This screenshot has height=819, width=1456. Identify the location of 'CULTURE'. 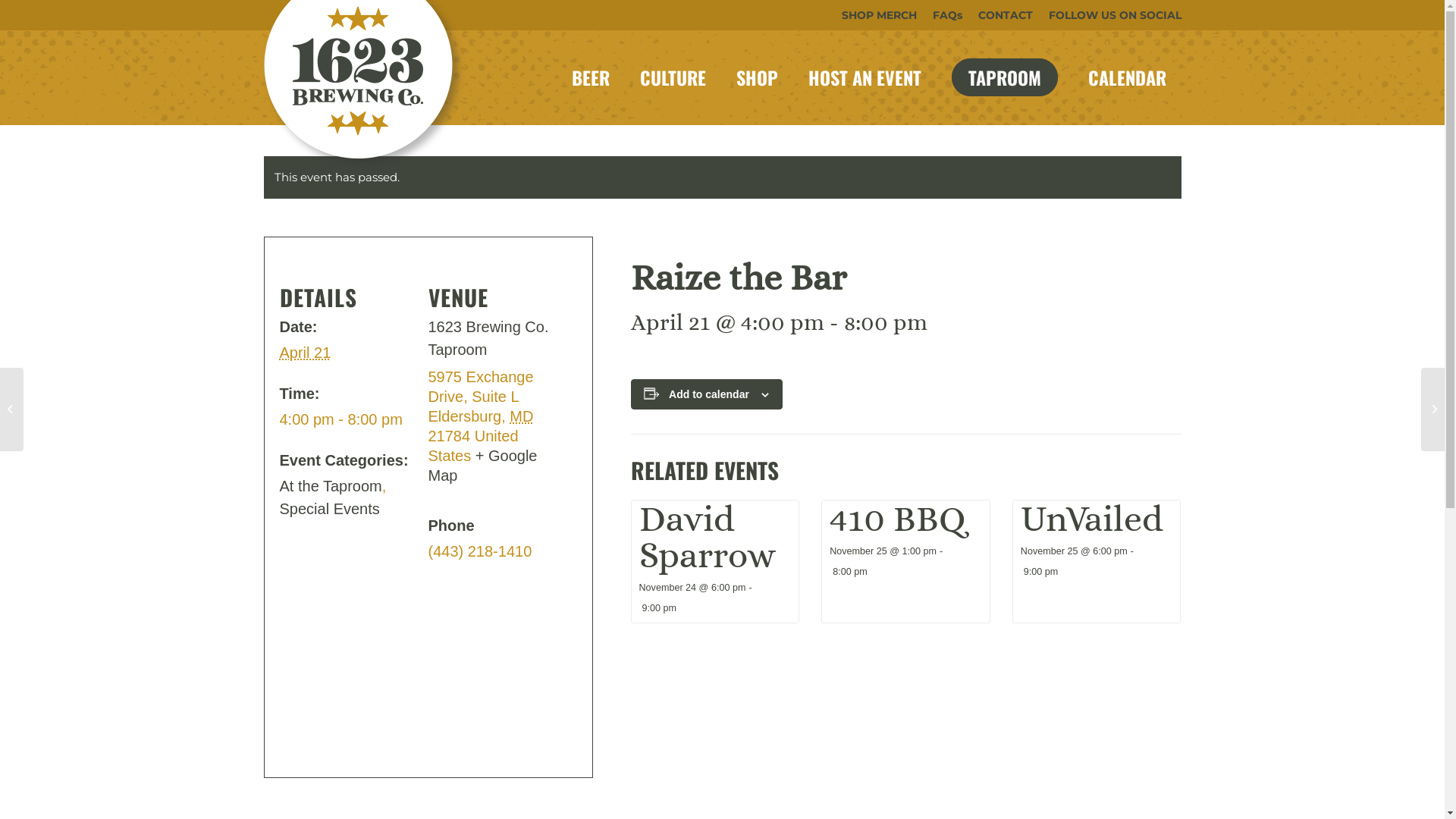
(672, 77).